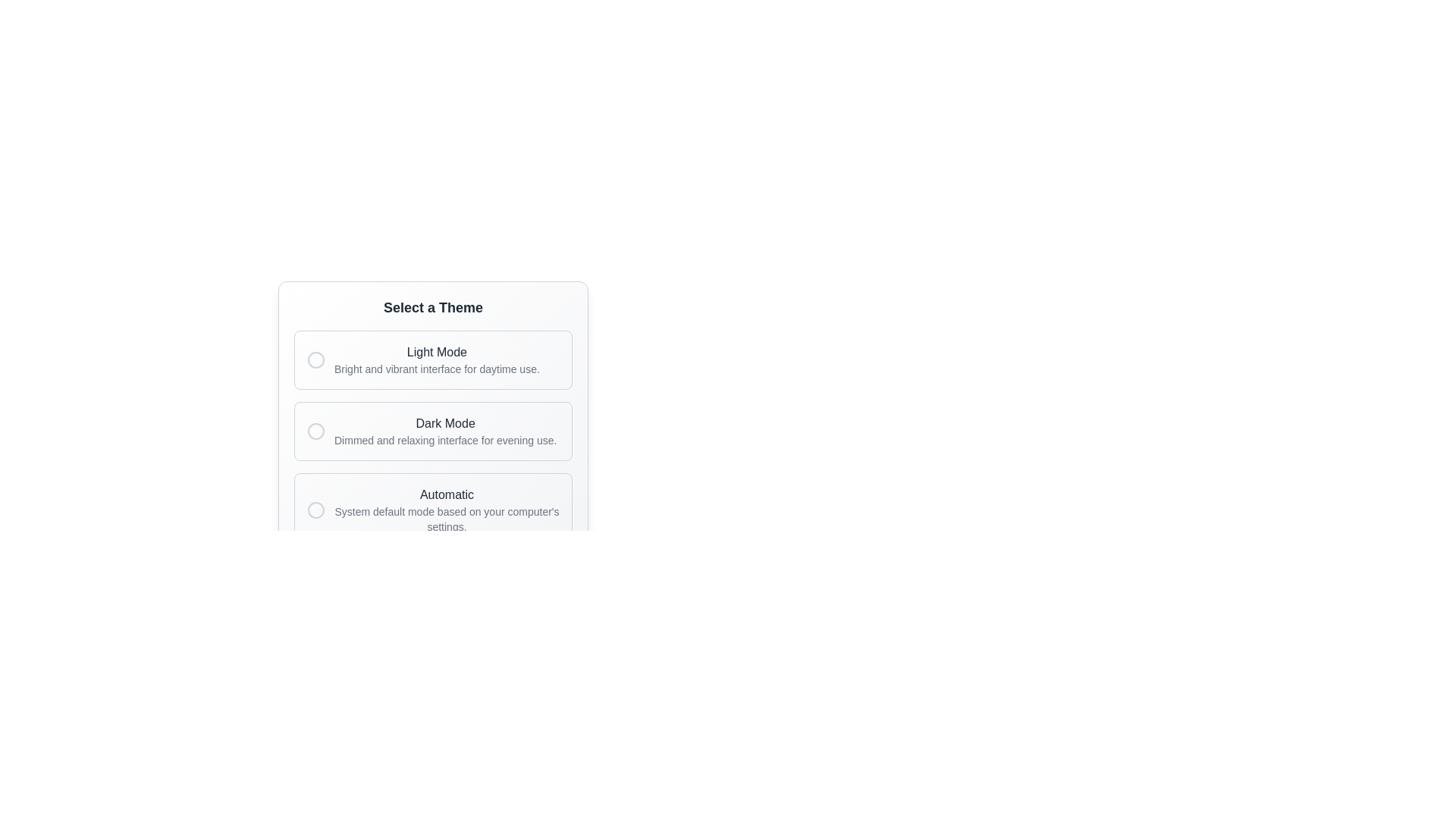 This screenshot has width=1456, height=819. I want to click on the state of the selected radio button's inner circle located under the 'Select a Theme' section, specifically the 'Automatic' option, so click(315, 510).